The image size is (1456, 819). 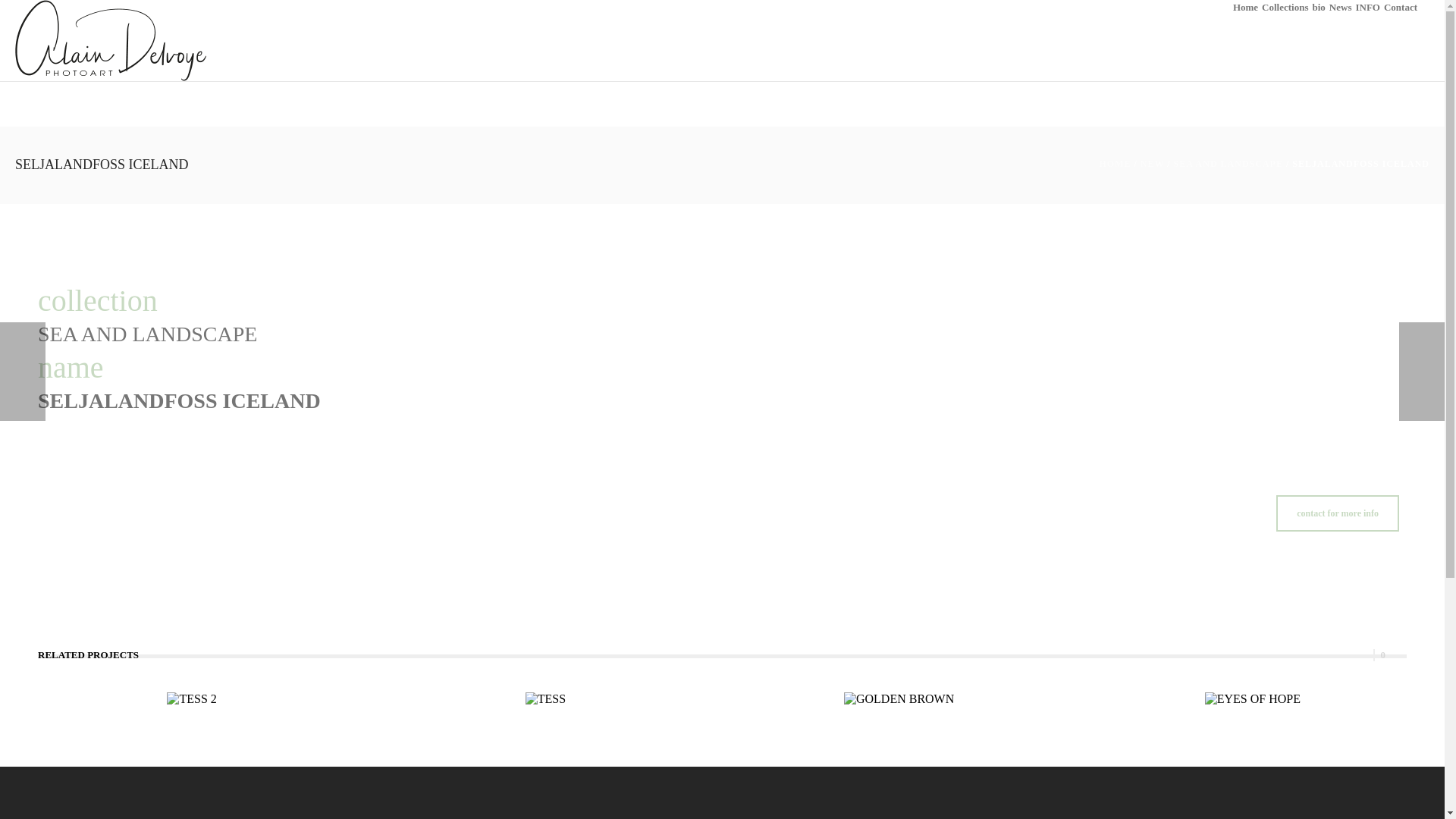 I want to click on 'INFO', so click(x=1367, y=8).